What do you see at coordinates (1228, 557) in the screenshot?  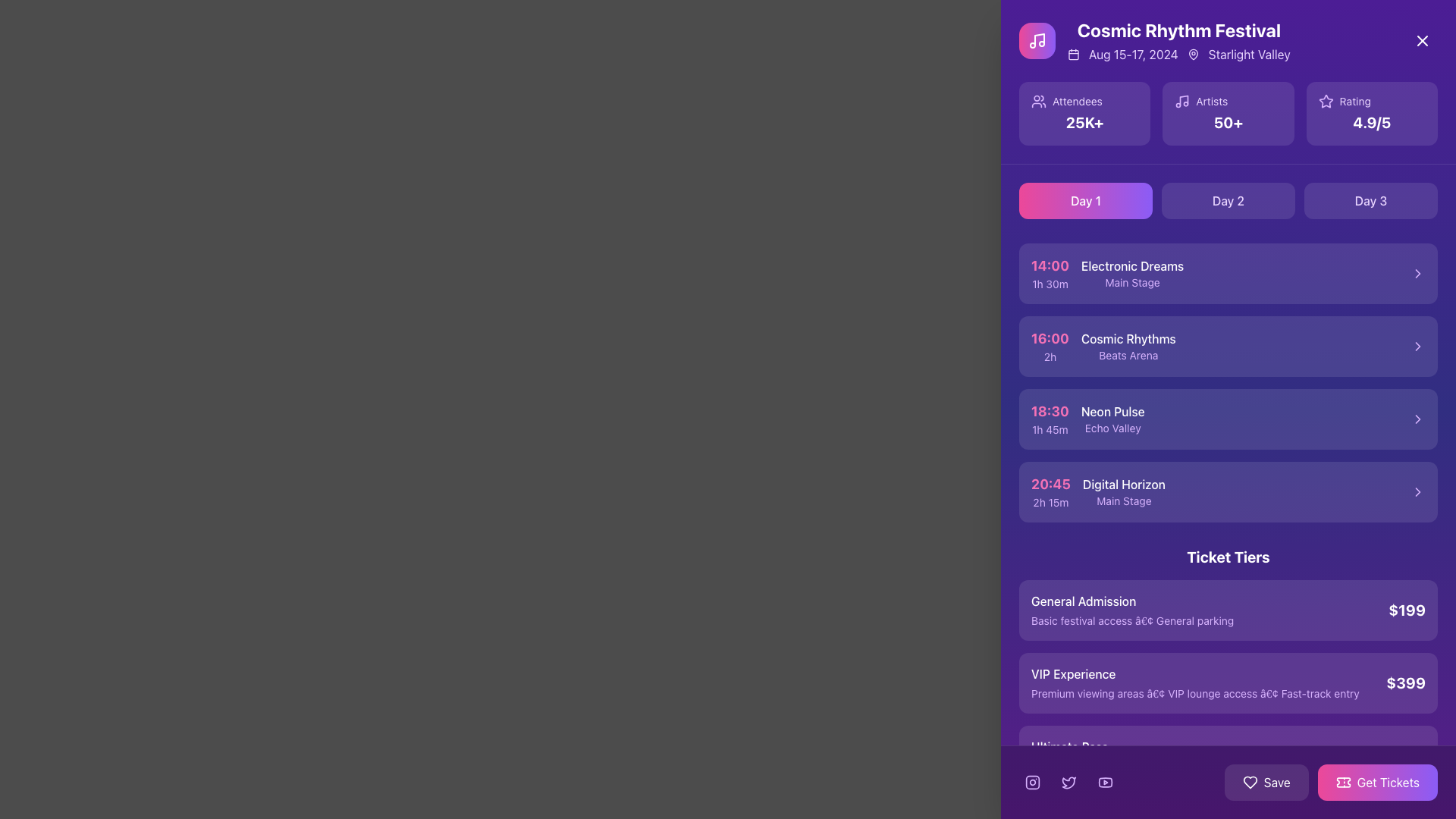 I see `the Text Label that serves as a title for the ticket tiers section, located at the top of the ticket options list on the right-hand side of the interface` at bounding box center [1228, 557].